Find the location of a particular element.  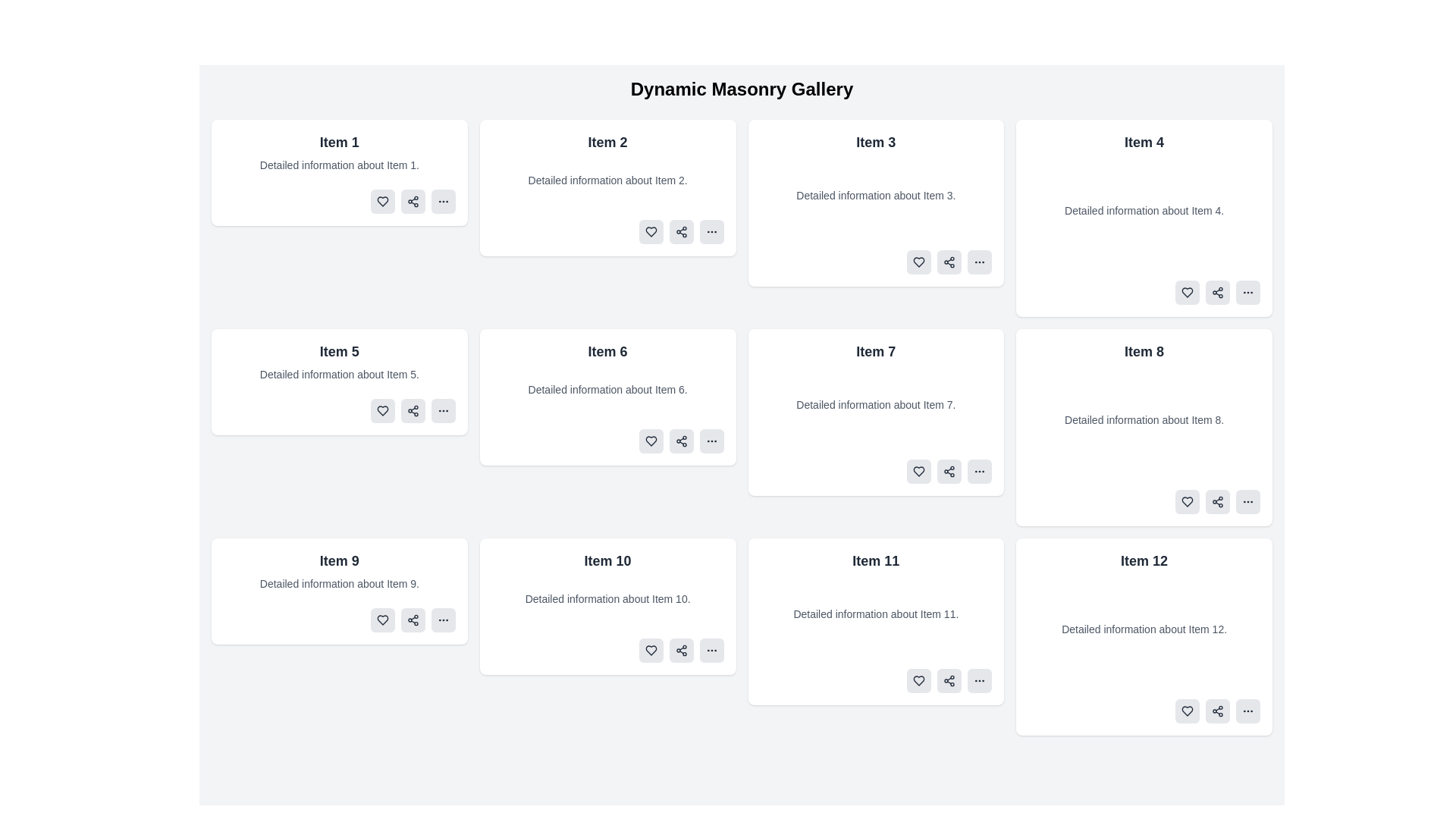

the leftmost button icon below the description of 'Item 9' is located at coordinates (382, 620).